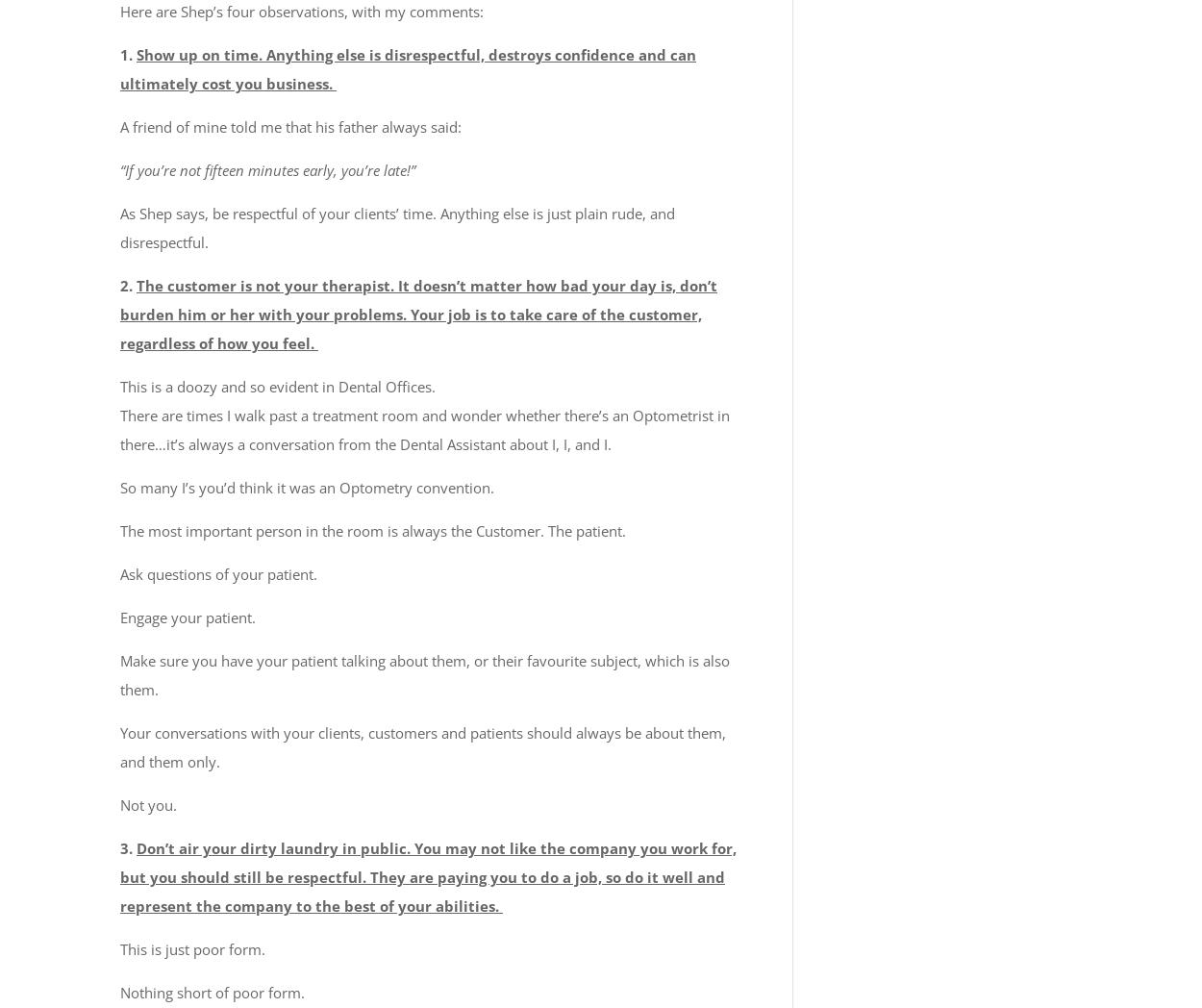 The height and width of the screenshot is (1008, 1202). I want to click on 'A friend of mine told me that his father always said:', so click(120, 125).